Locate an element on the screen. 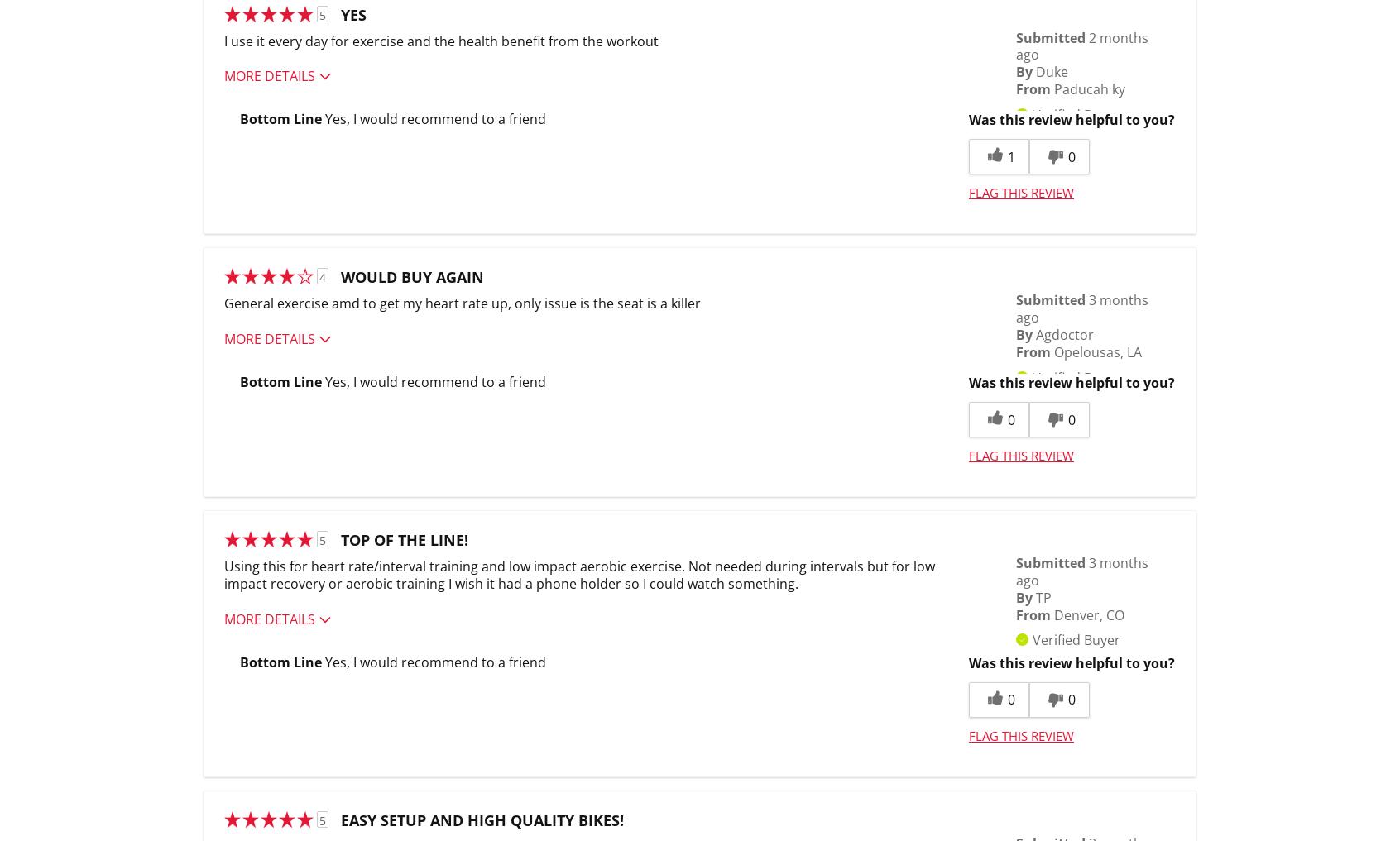 The image size is (1400, 841). 'Yes' is located at coordinates (352, 12).